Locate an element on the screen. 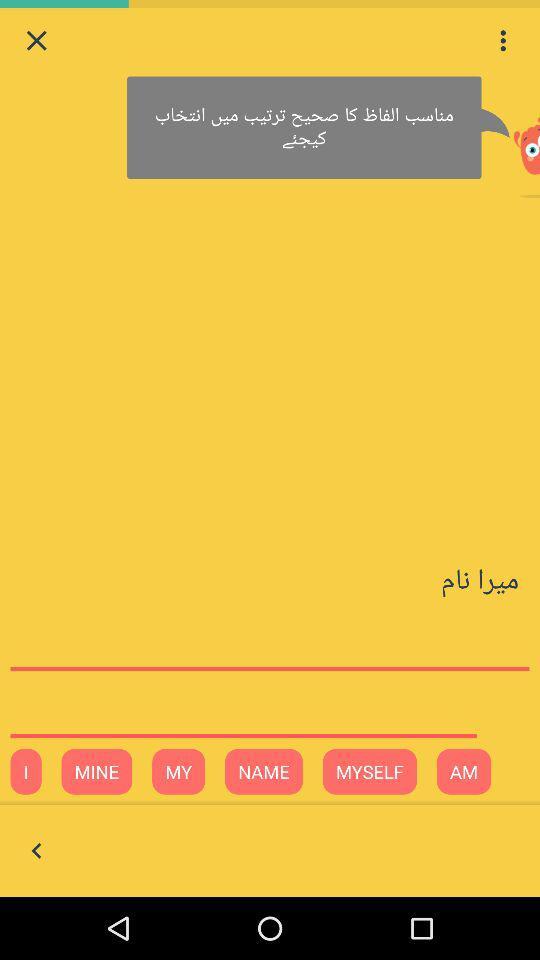  the more icon is located at coordinates (502, 42).